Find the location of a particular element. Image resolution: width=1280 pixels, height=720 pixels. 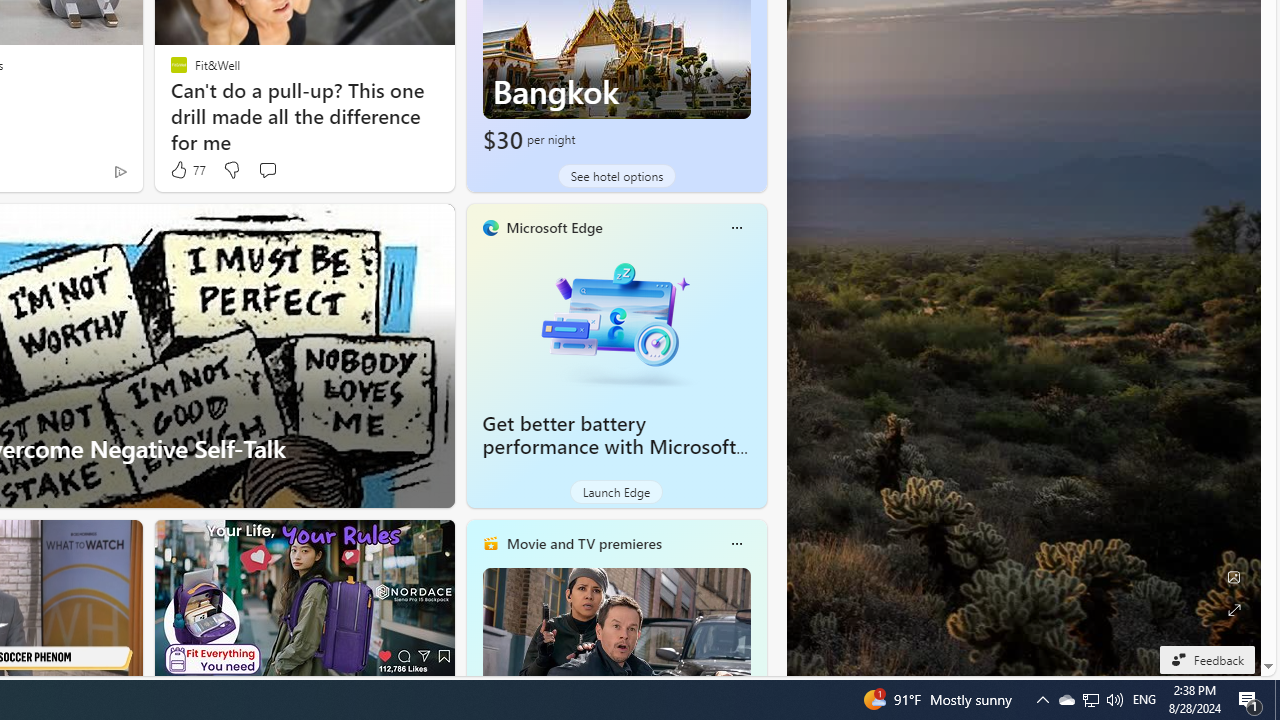

'Expand background' is located at coordinates (1232, 609).